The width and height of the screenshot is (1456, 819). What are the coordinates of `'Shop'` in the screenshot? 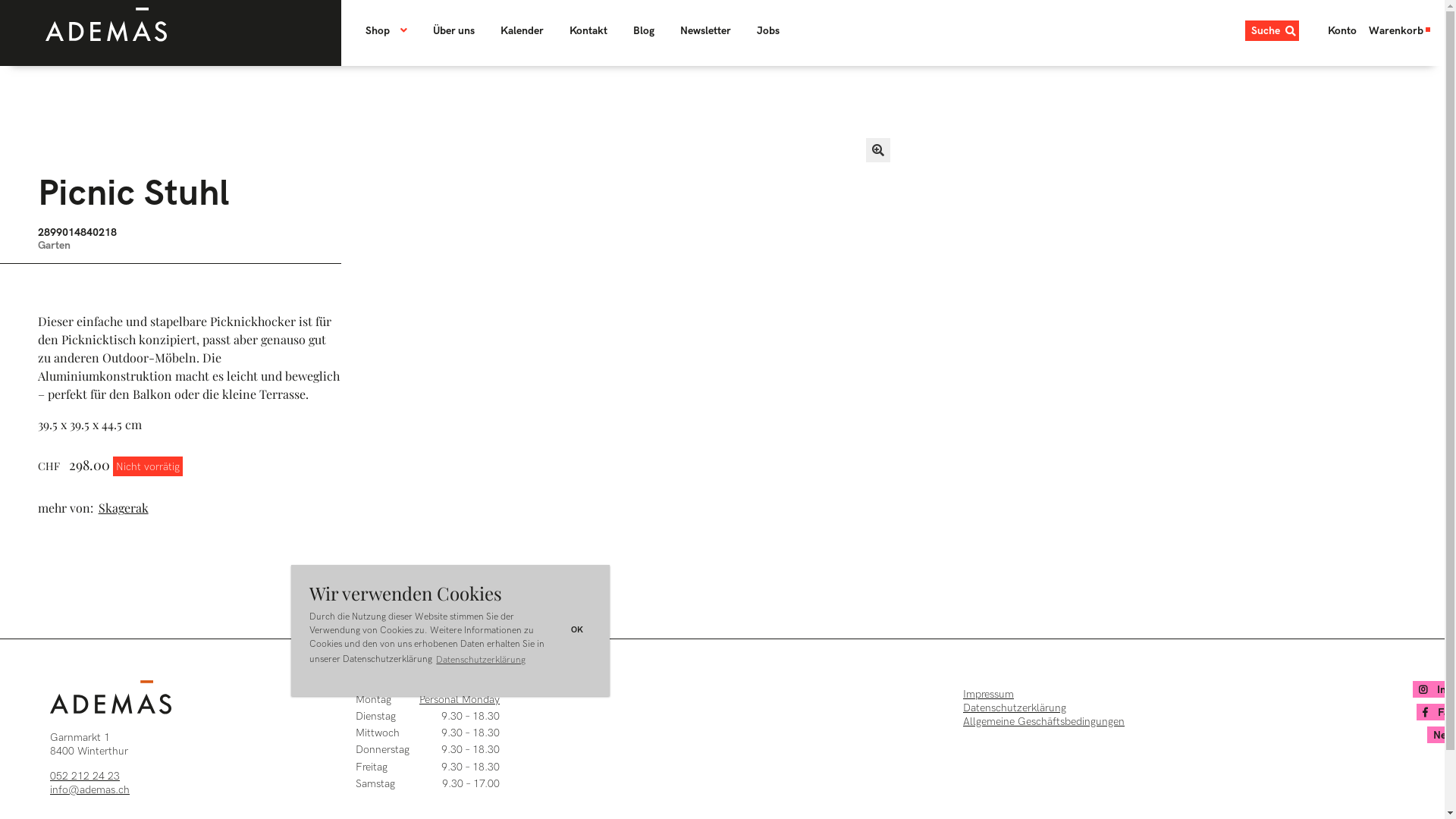 It's located at (392, 30).